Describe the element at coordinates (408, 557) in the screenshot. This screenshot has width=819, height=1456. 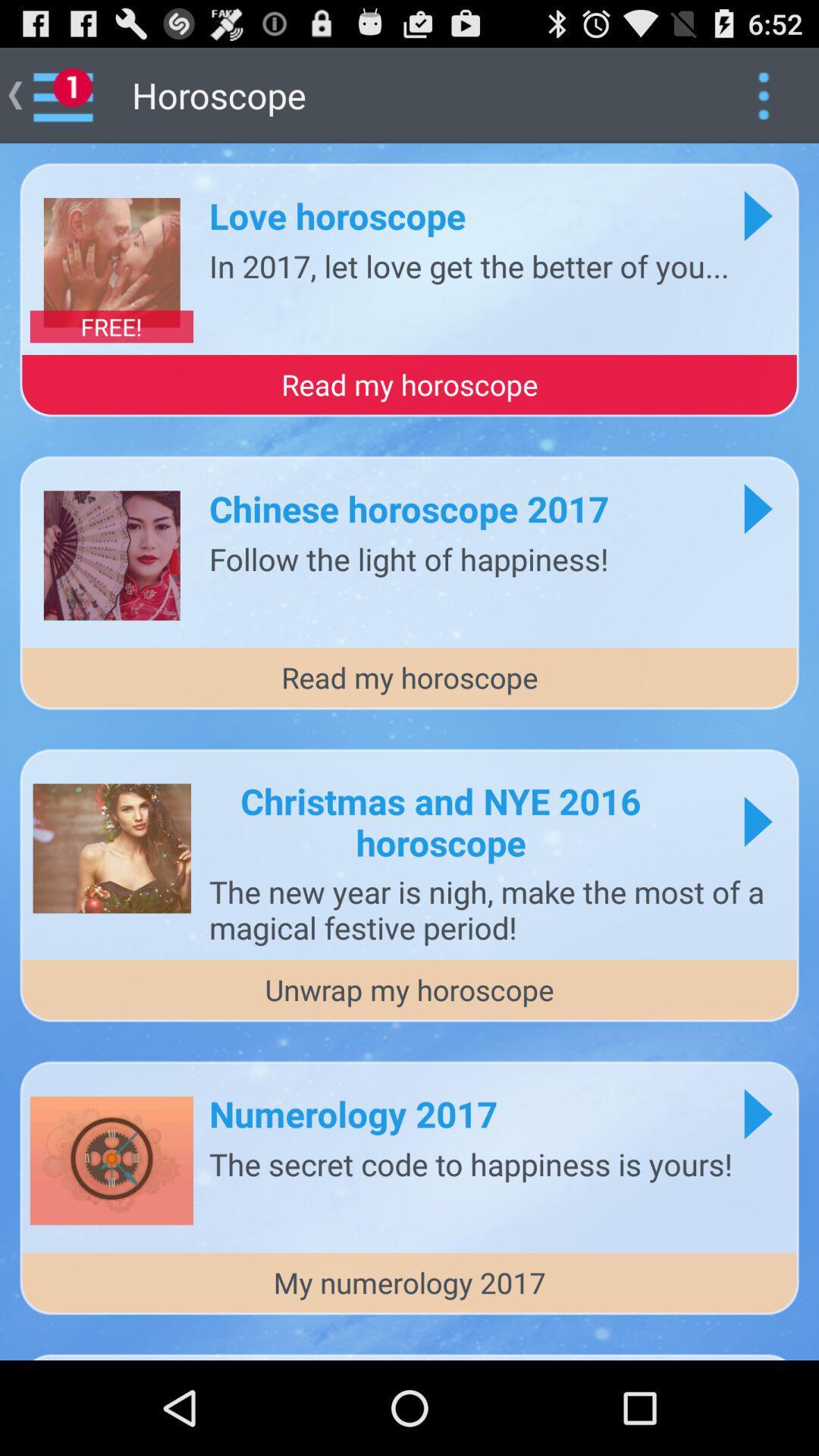
I see `app below the chinese horoscope 2017 item` at that location.